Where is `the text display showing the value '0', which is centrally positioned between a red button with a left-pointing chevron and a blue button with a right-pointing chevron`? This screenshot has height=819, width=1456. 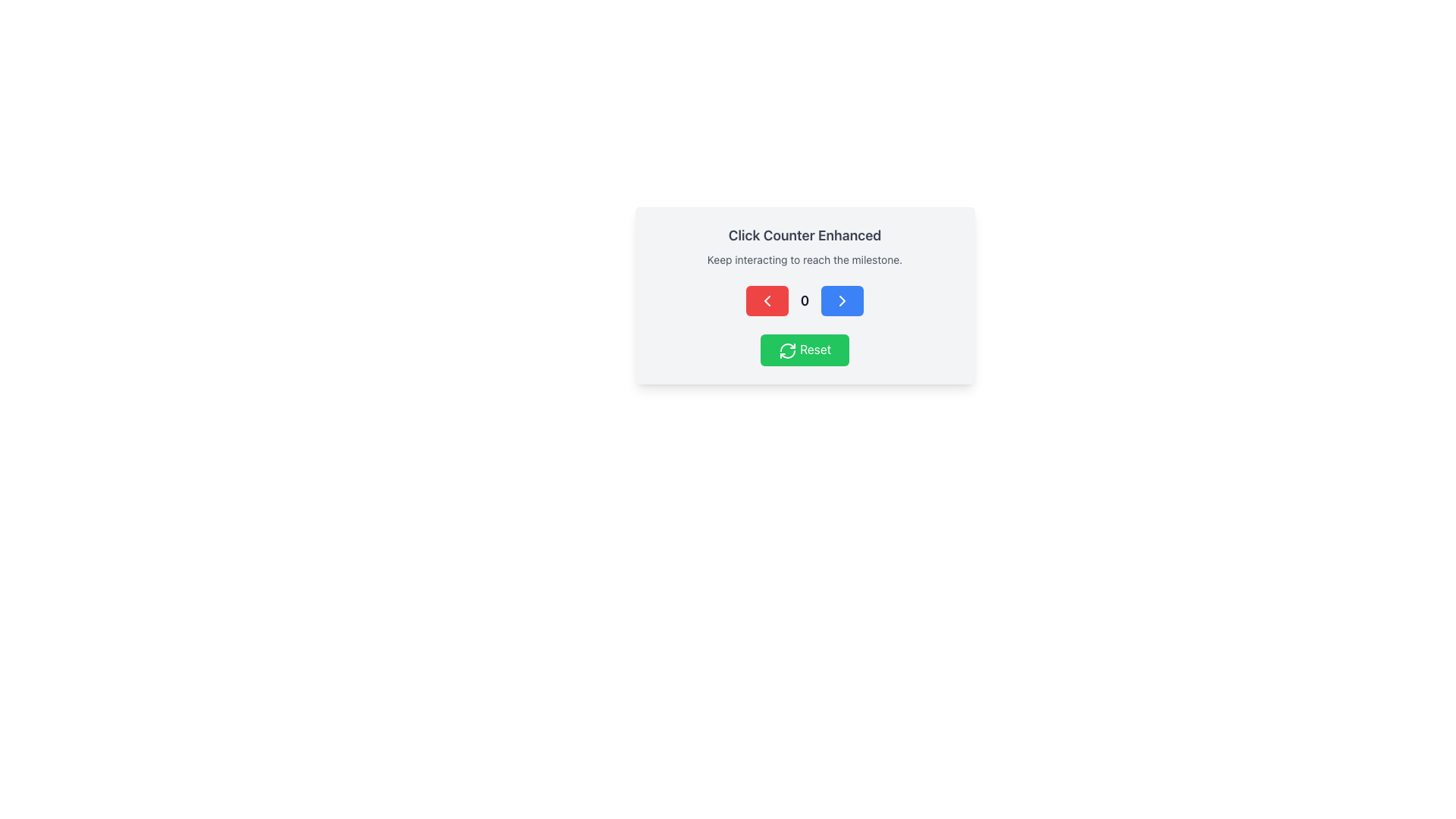
the text display showing the value '0', which is centrally positioned between a red button with a left-pointing chevron and a blue button with a right-pointing chevron is located at coordinates (804, 301).